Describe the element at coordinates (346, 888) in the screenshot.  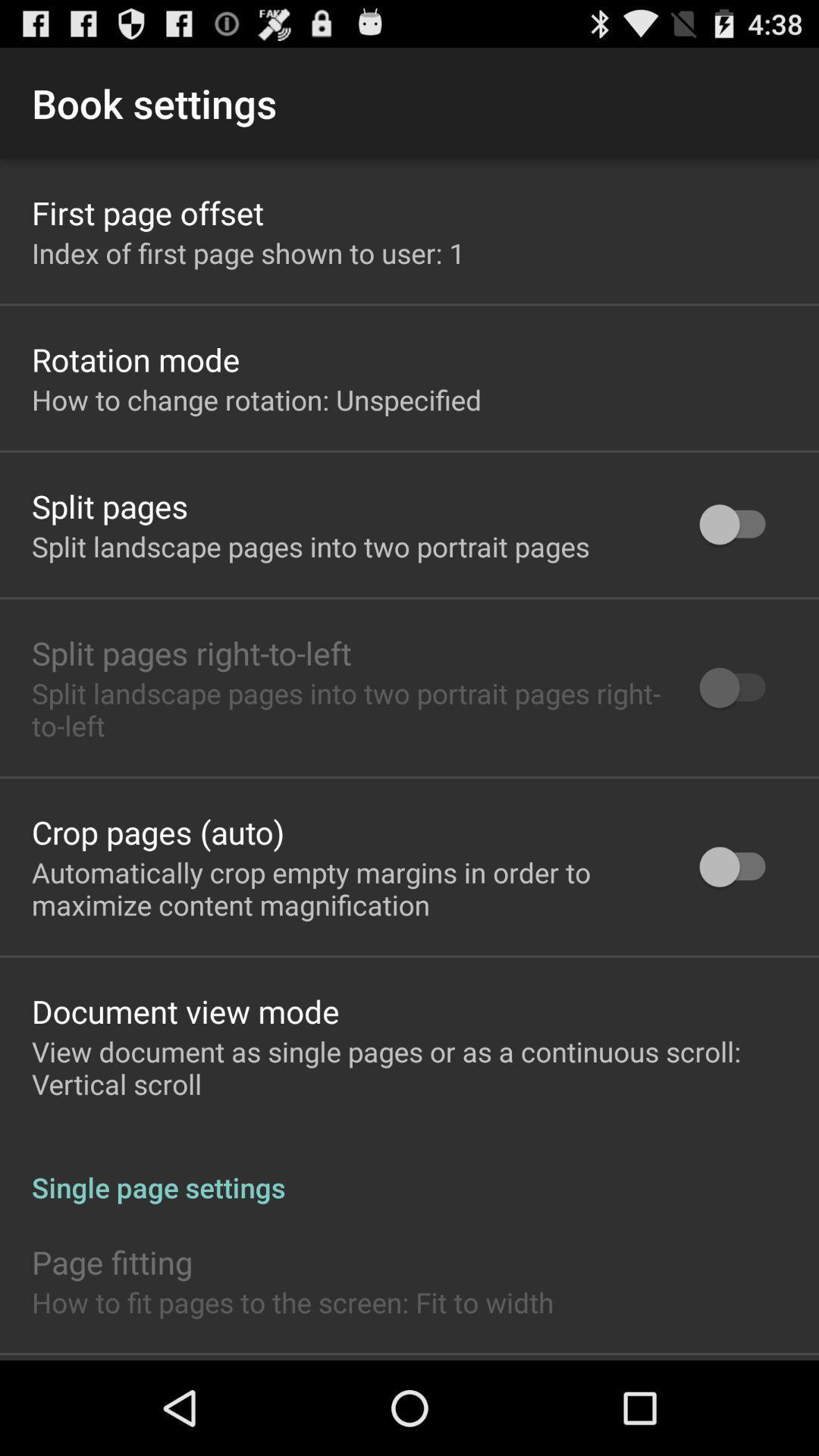
I see `automatically crop empty app` at that location.